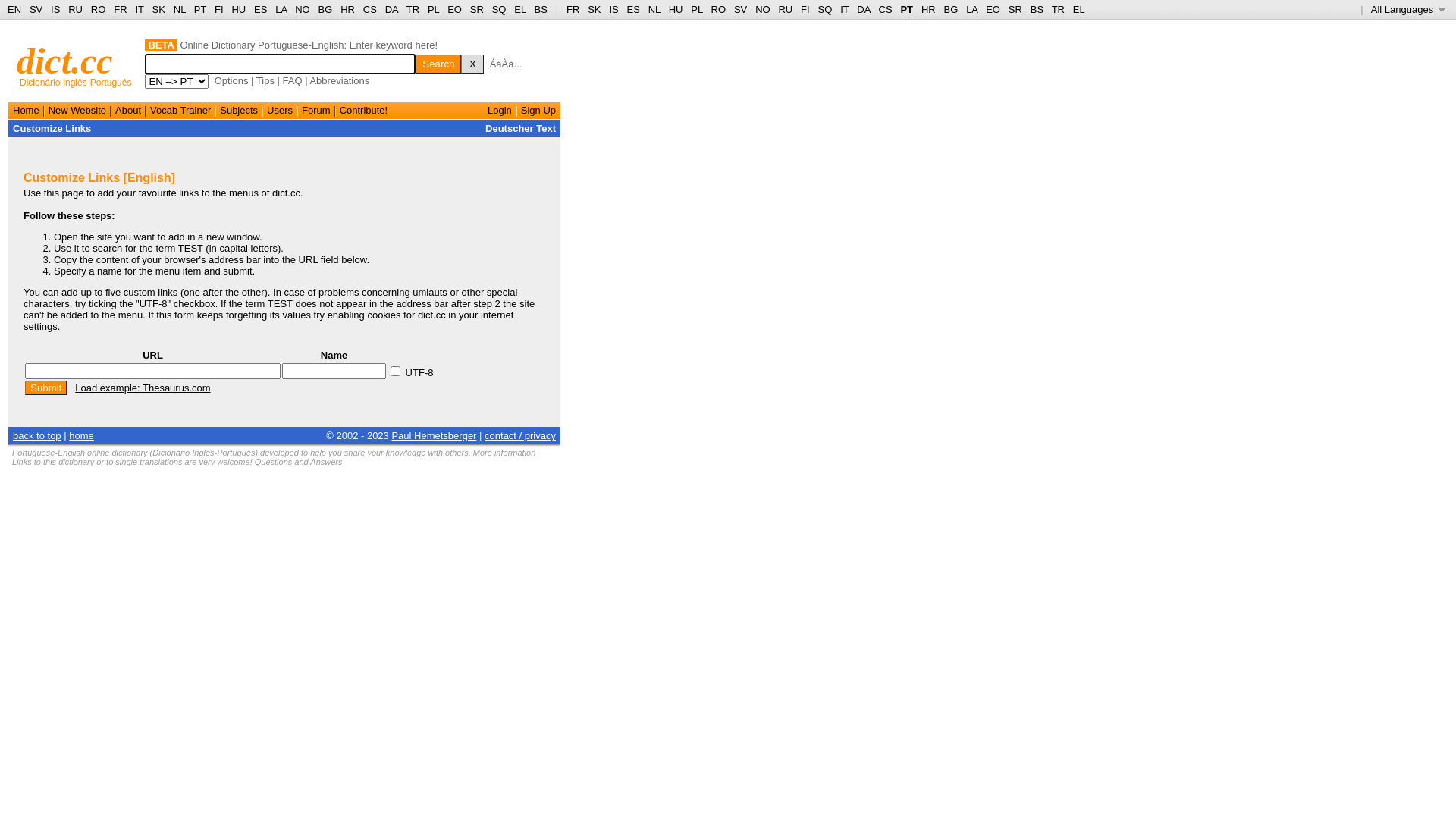 The height and width of the screenshot is (819, 1456). I want to click on 'More information', so click(472, 452).